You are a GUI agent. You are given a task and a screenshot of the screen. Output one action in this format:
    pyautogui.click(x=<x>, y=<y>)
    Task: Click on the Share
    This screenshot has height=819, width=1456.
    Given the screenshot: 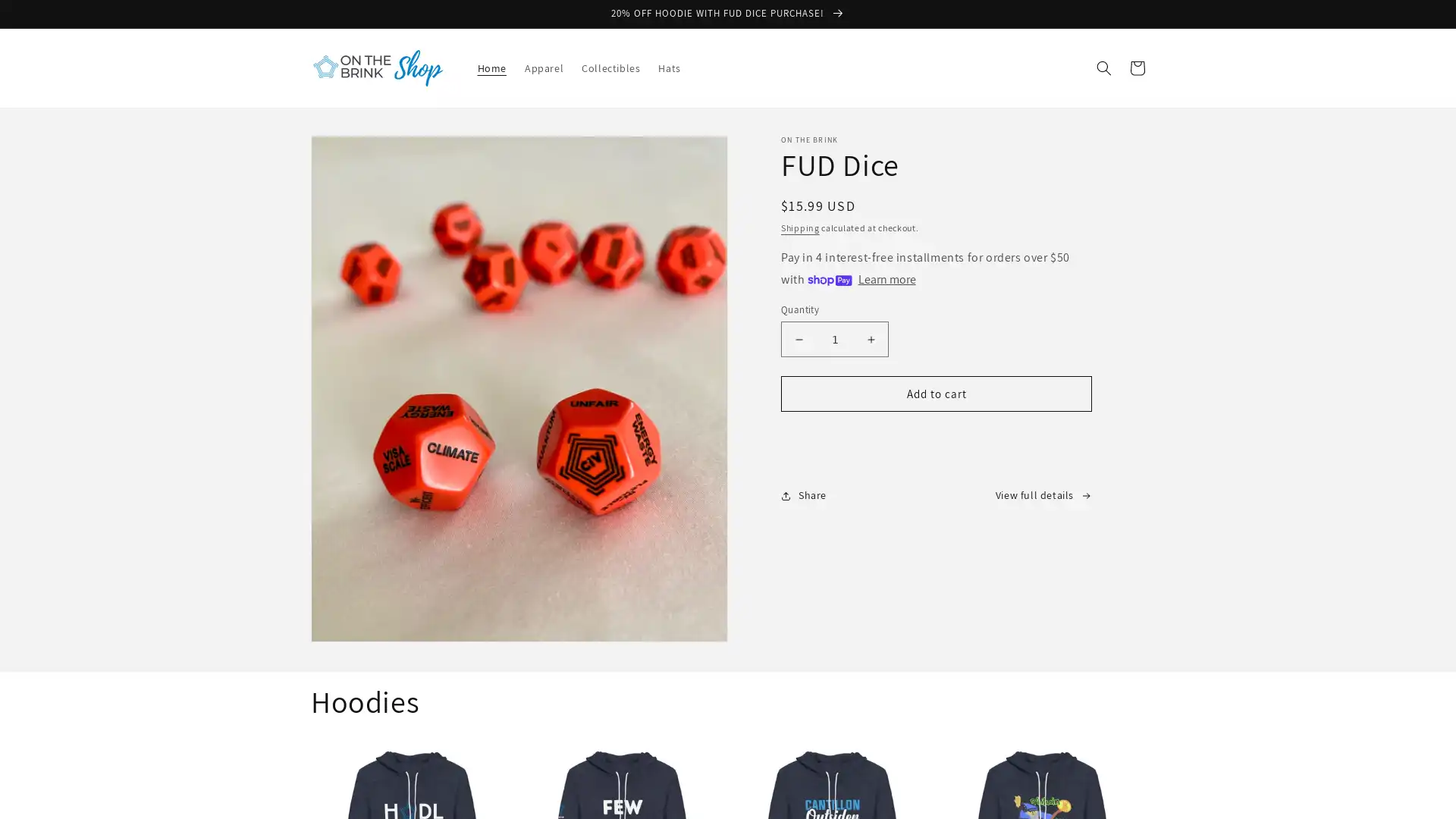 What is the action you would take?
    pyautogui.click(x=803, y=495)
    